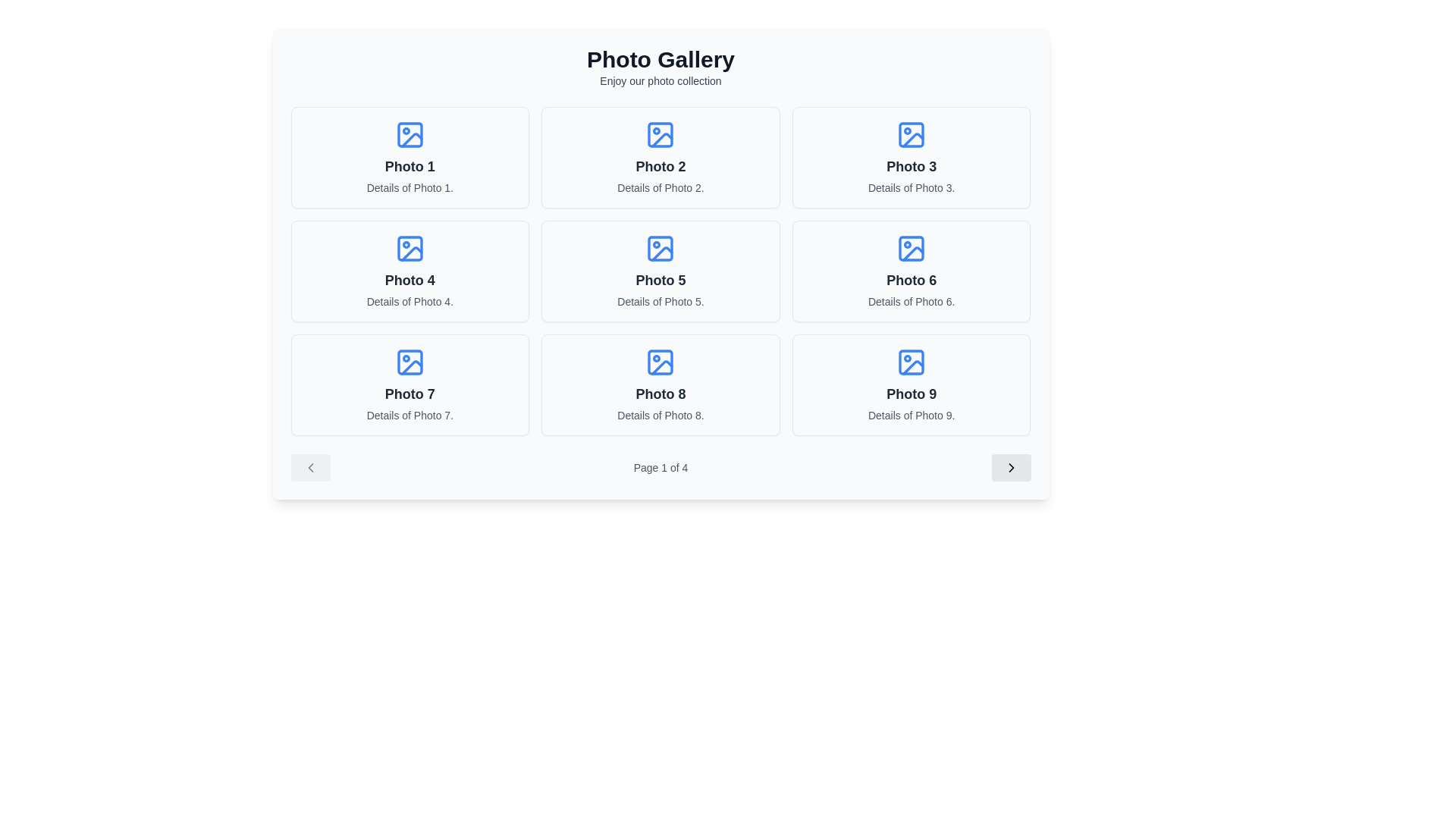 The height and width of the screenshot is (819, 1456). What do you see at coordinates (661, 158) in the screenshot?
I see `the information card for the photo in the gallery, which is the second card in a 3-column layout positioned at the top row` at bounding box center [661, 158].